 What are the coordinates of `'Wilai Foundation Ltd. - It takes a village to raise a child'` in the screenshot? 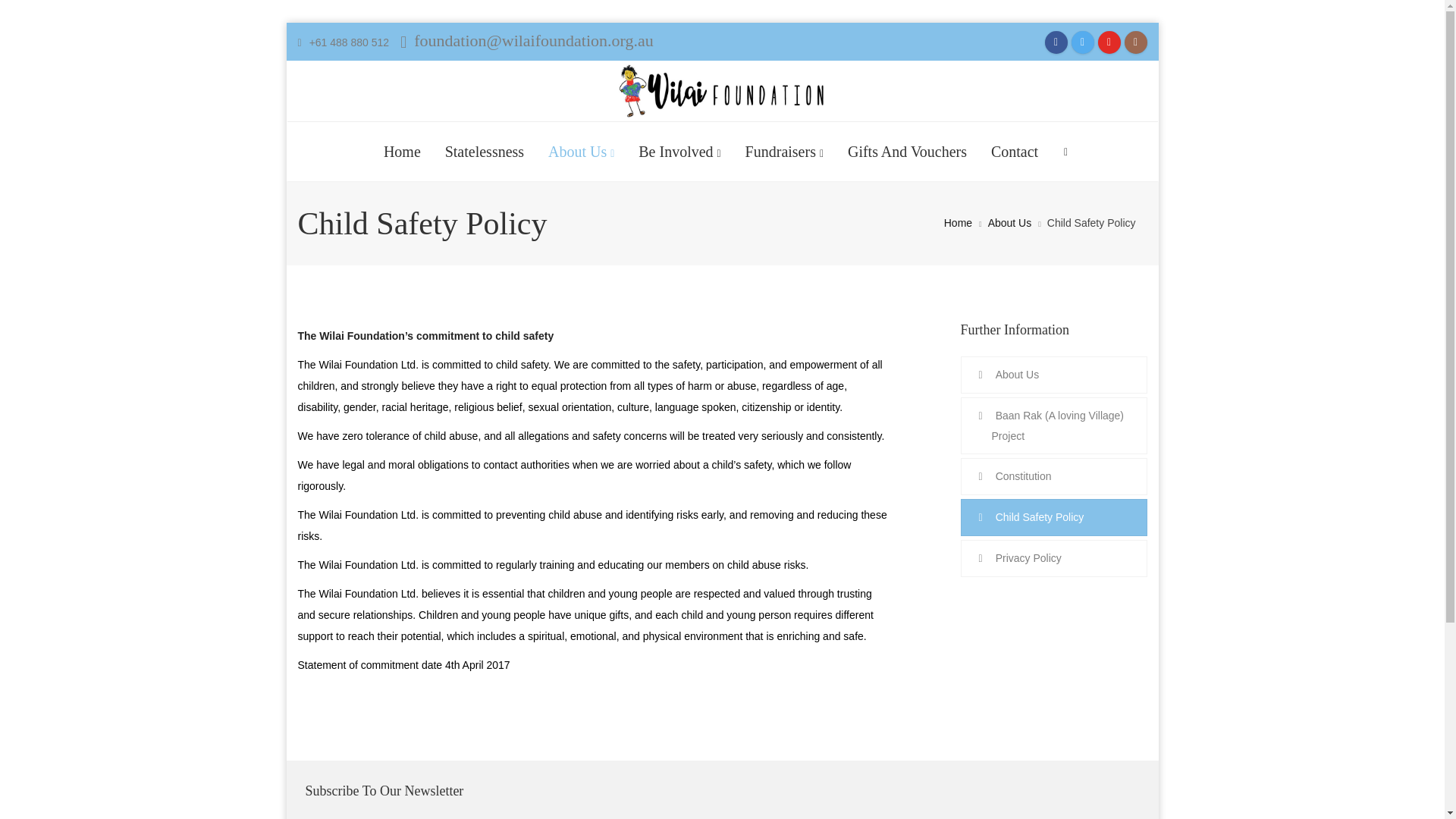 It's located at (720, 90).